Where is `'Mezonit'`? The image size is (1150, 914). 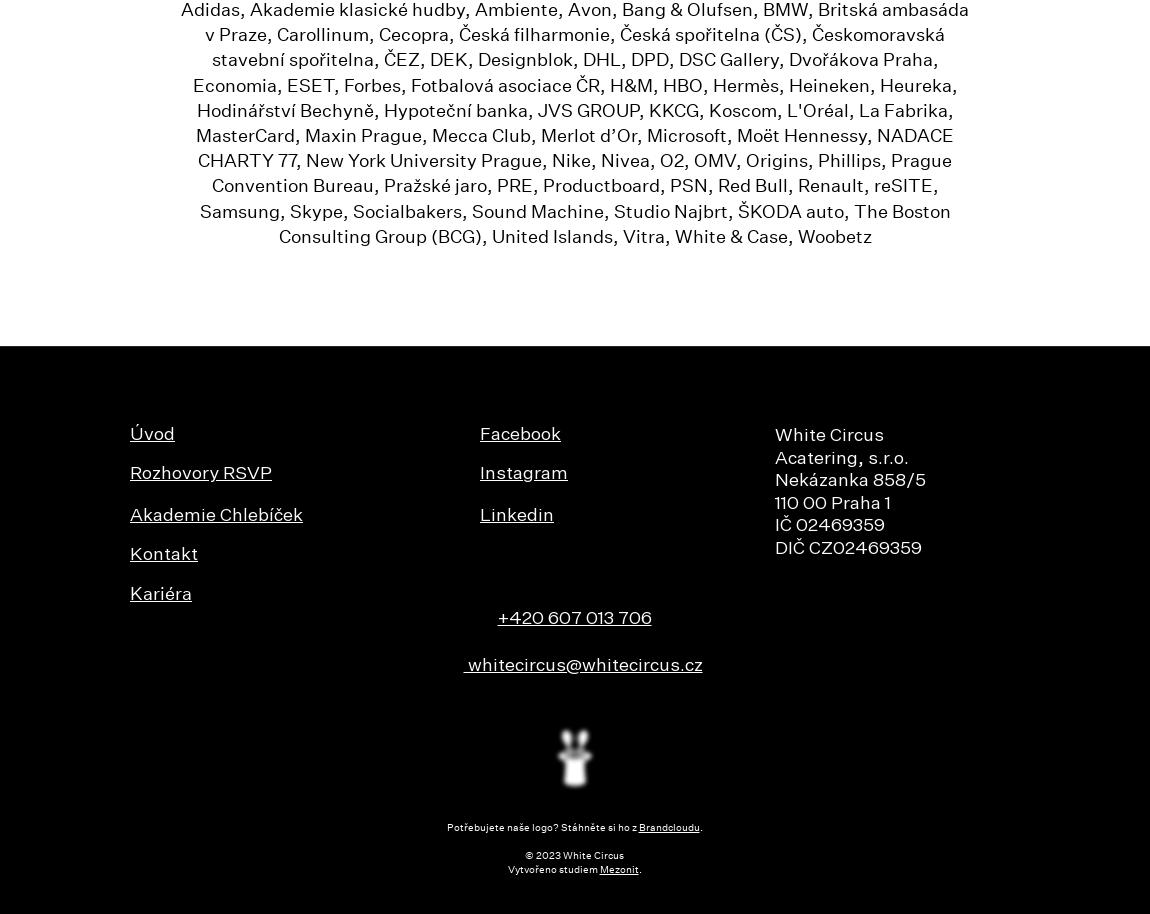
'Mezonit' is located at coordinates (617, 869).